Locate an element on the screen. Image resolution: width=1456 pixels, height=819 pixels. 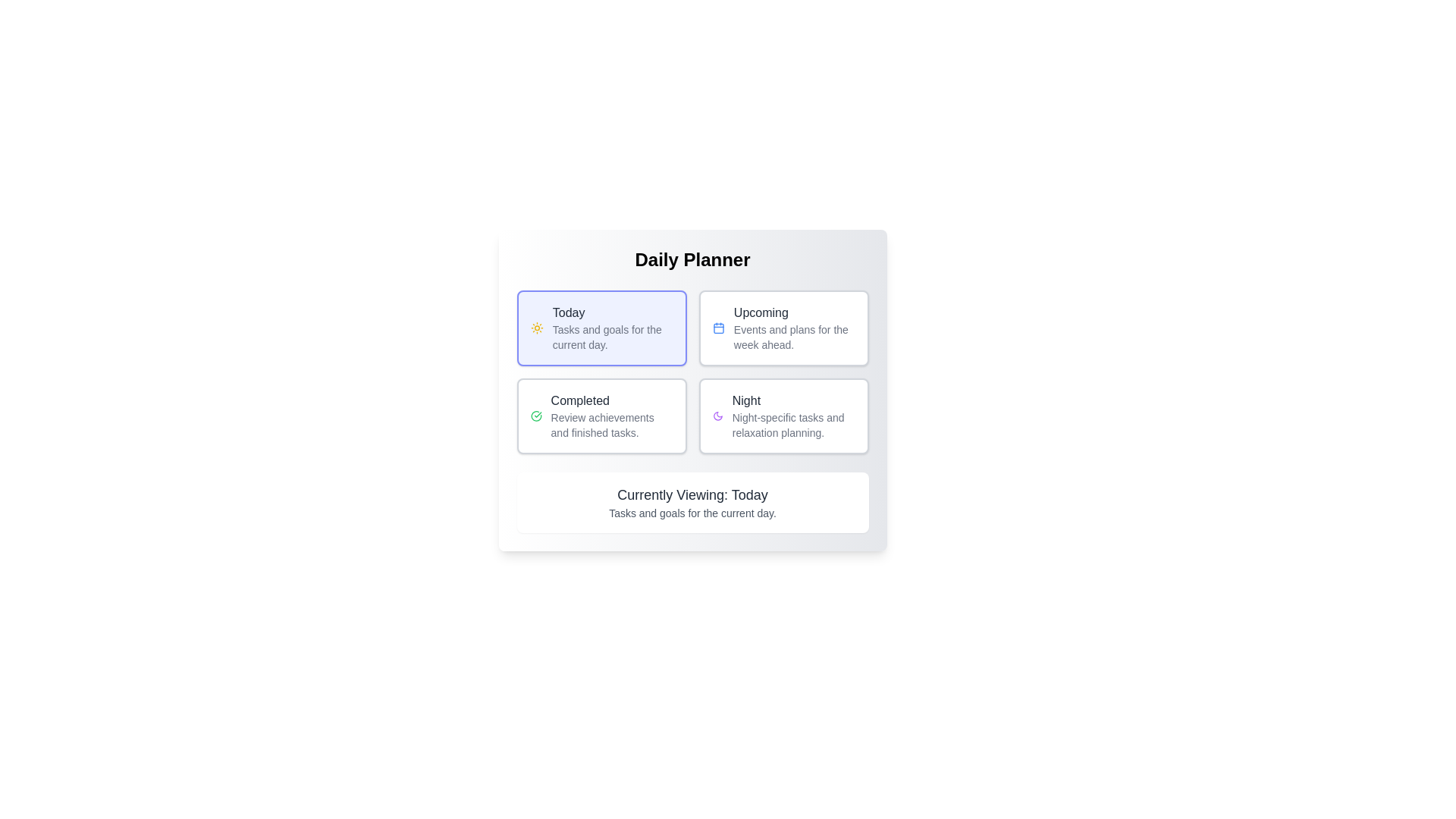
the text block in the Daily Planner interface that indicates completed tasks and achievements, located in the second row, bottom-left quadrant, below the 'Today' section and beside the 'Night' section is located at coordinates (611, 416).